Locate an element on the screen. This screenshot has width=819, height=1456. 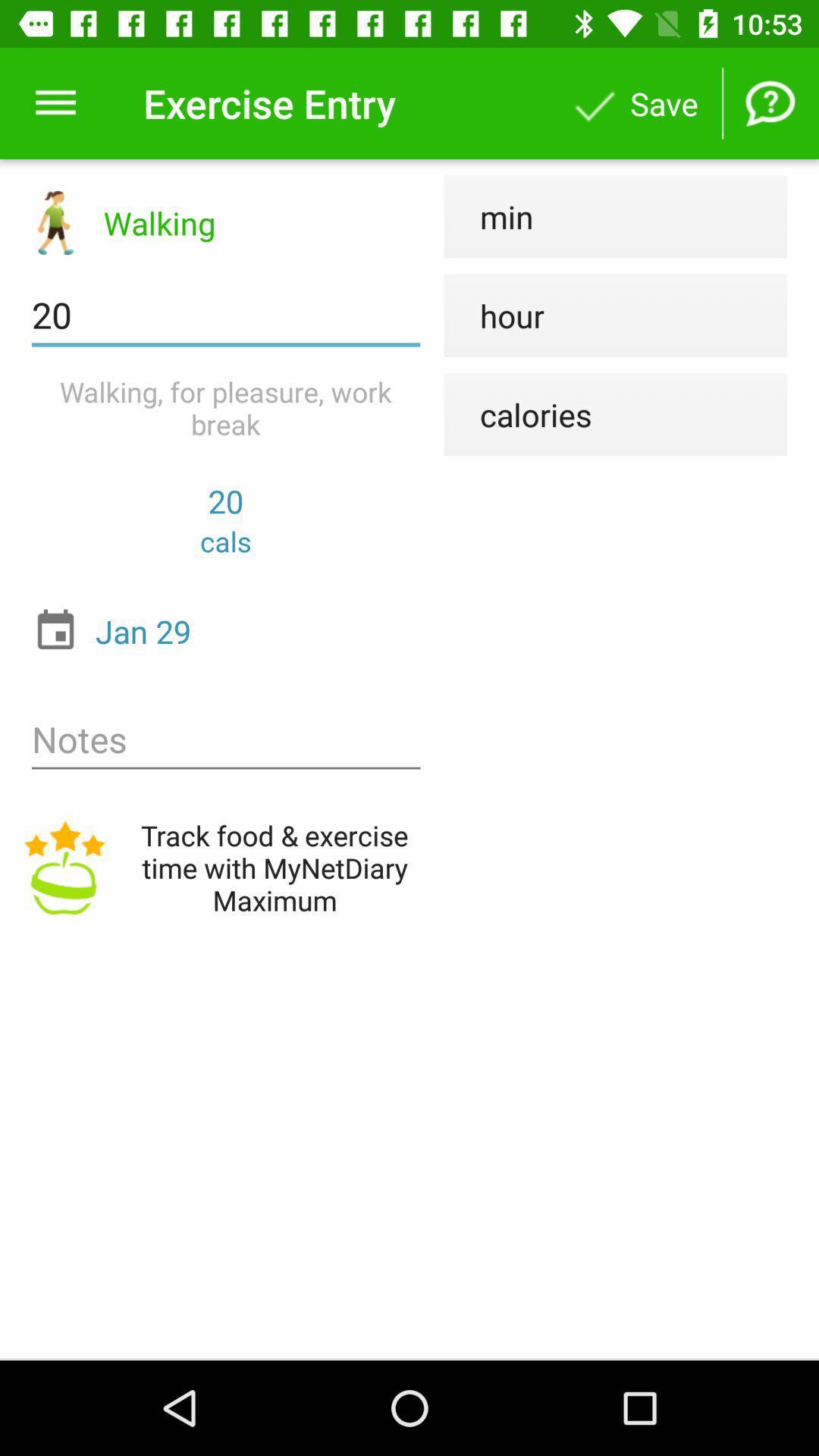
the item to the right of walking item is located at coordinates (488, 215).